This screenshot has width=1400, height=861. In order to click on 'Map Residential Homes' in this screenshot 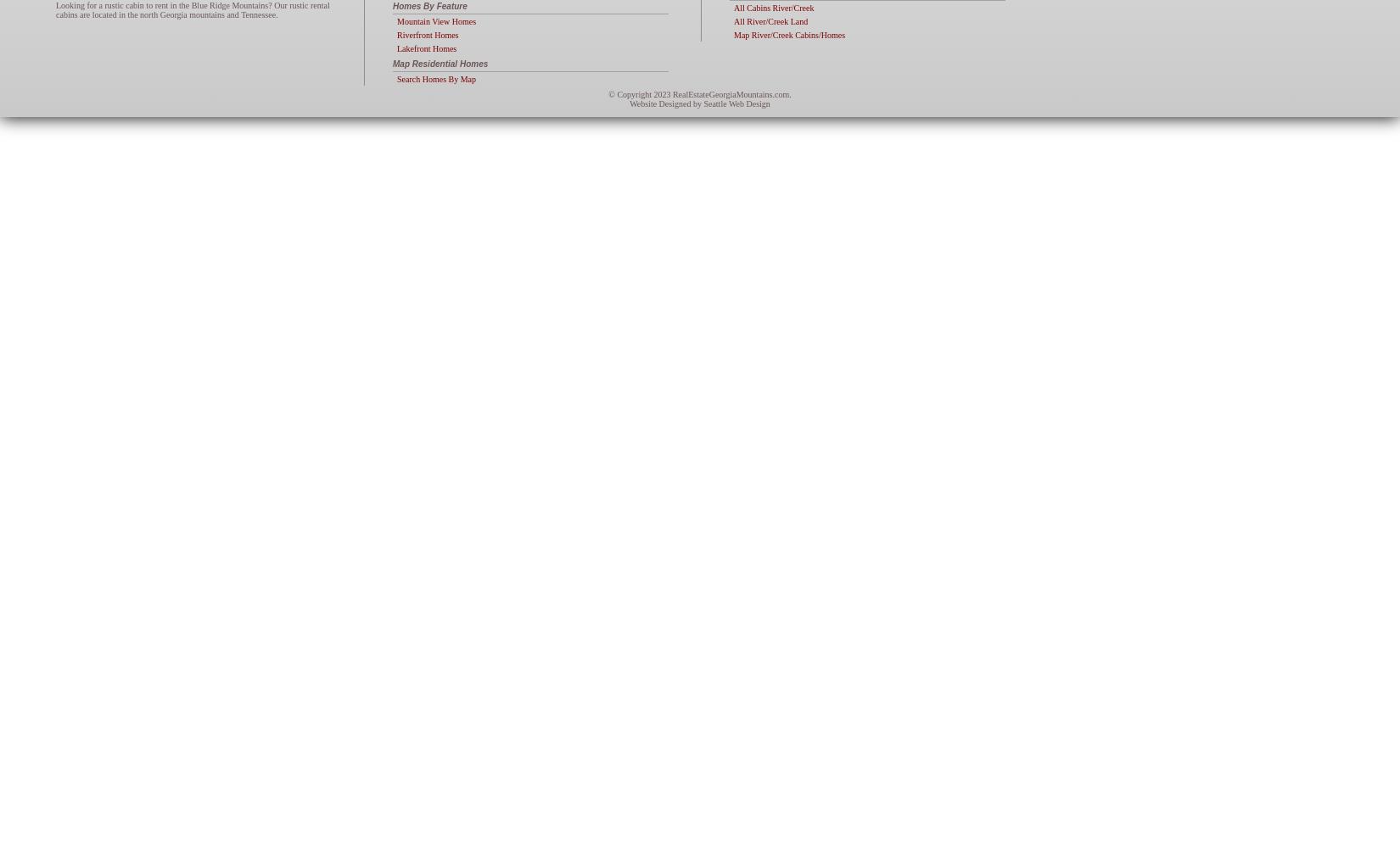, I will do `click(439, 63)`.